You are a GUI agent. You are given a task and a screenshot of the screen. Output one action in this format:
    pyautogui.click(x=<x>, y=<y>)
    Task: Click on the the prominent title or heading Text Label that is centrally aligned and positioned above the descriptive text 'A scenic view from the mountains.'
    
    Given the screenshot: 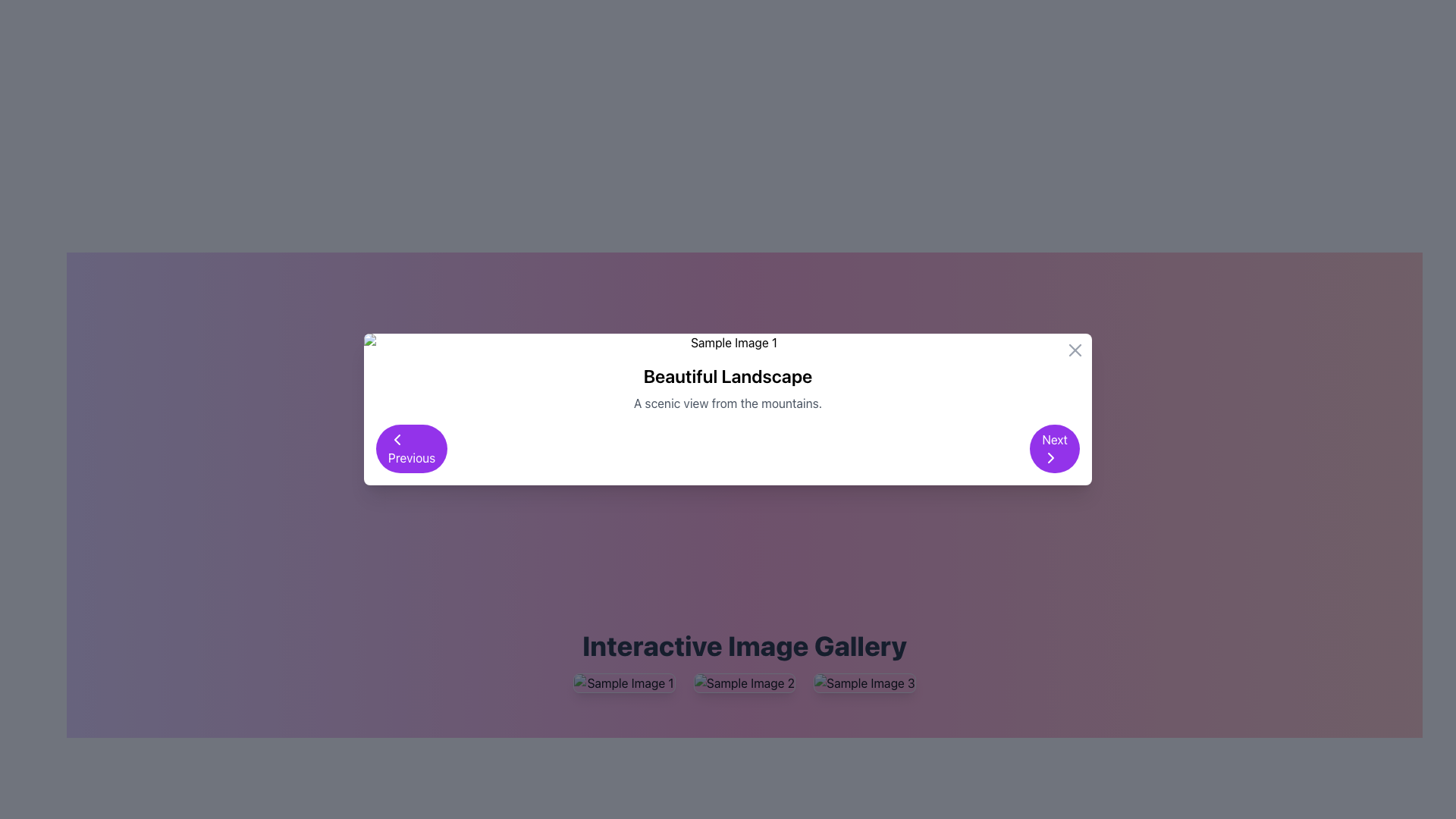 What is the action you would take?
    pyautogui.click(x=728, y=375)
    